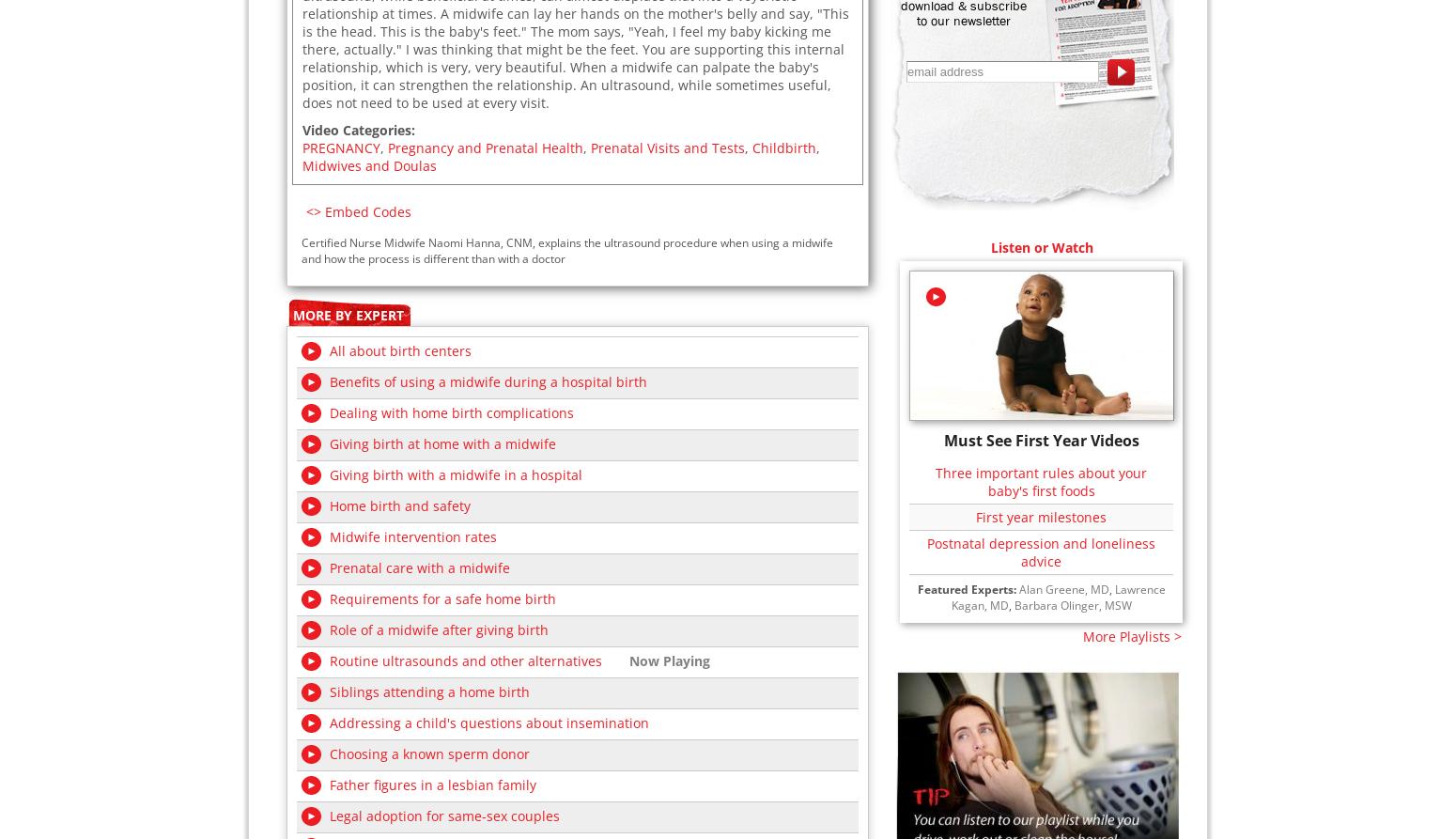 The width and height of the screenshot is (1456, 839). Describe the element at coordinates (782, 147) in the screenshot. I see `'Childbirth'` at that location.